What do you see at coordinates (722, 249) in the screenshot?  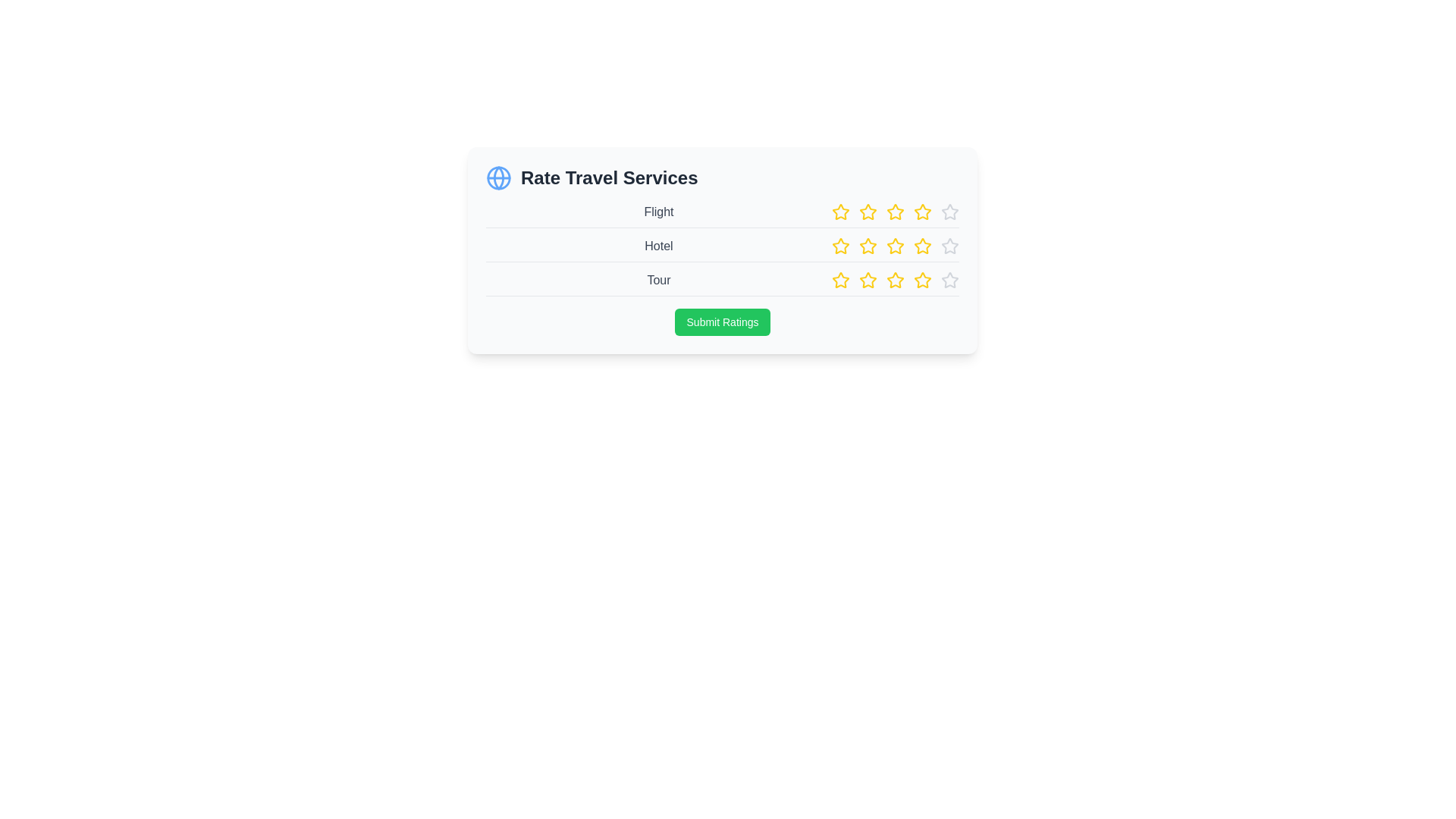 I see `the star in the 'Hotel' category rating component` at bounding box center [722, 249].